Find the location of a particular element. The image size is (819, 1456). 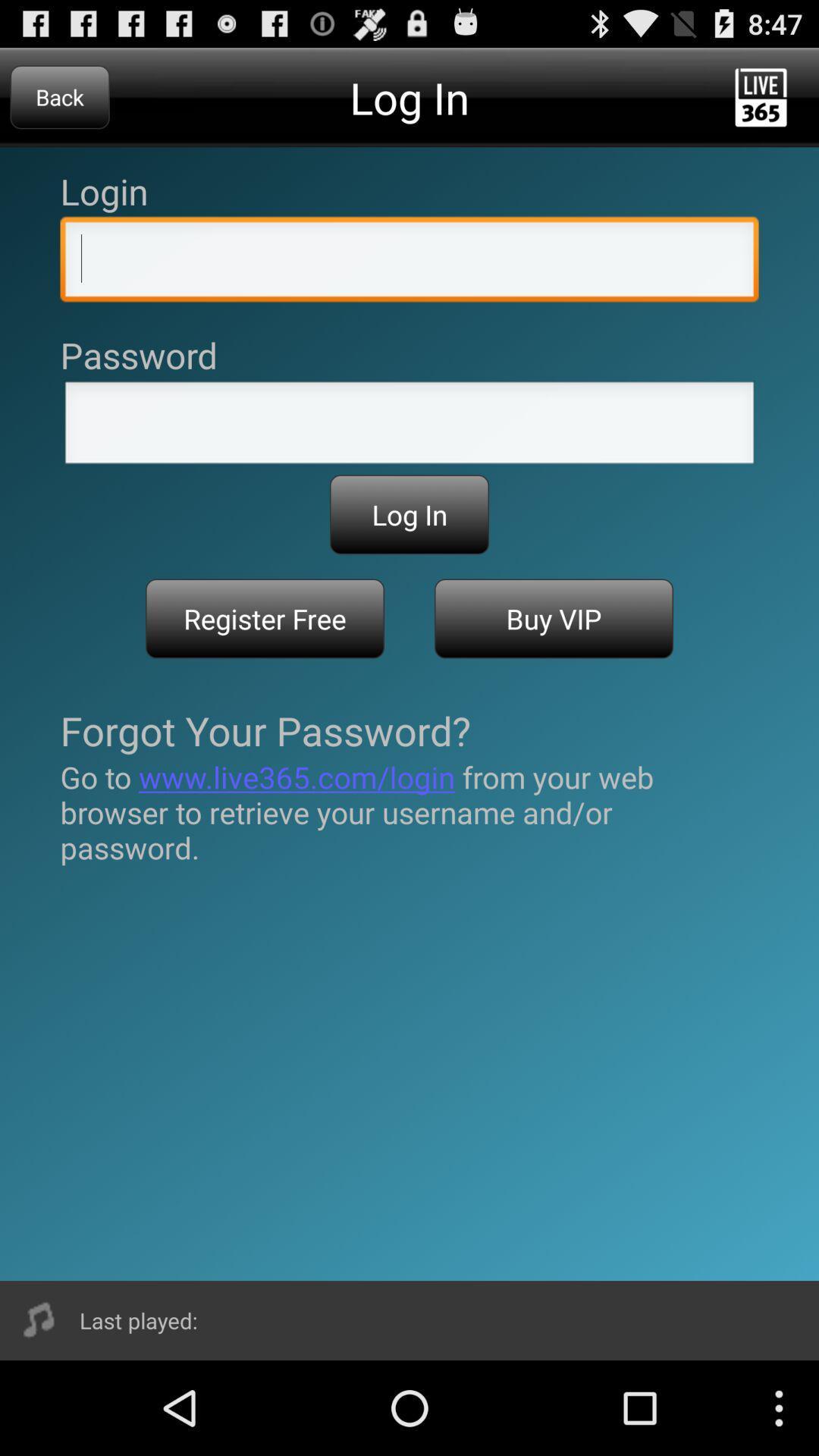

the icon next to the buy vip item is located at coordinates (264, 619).